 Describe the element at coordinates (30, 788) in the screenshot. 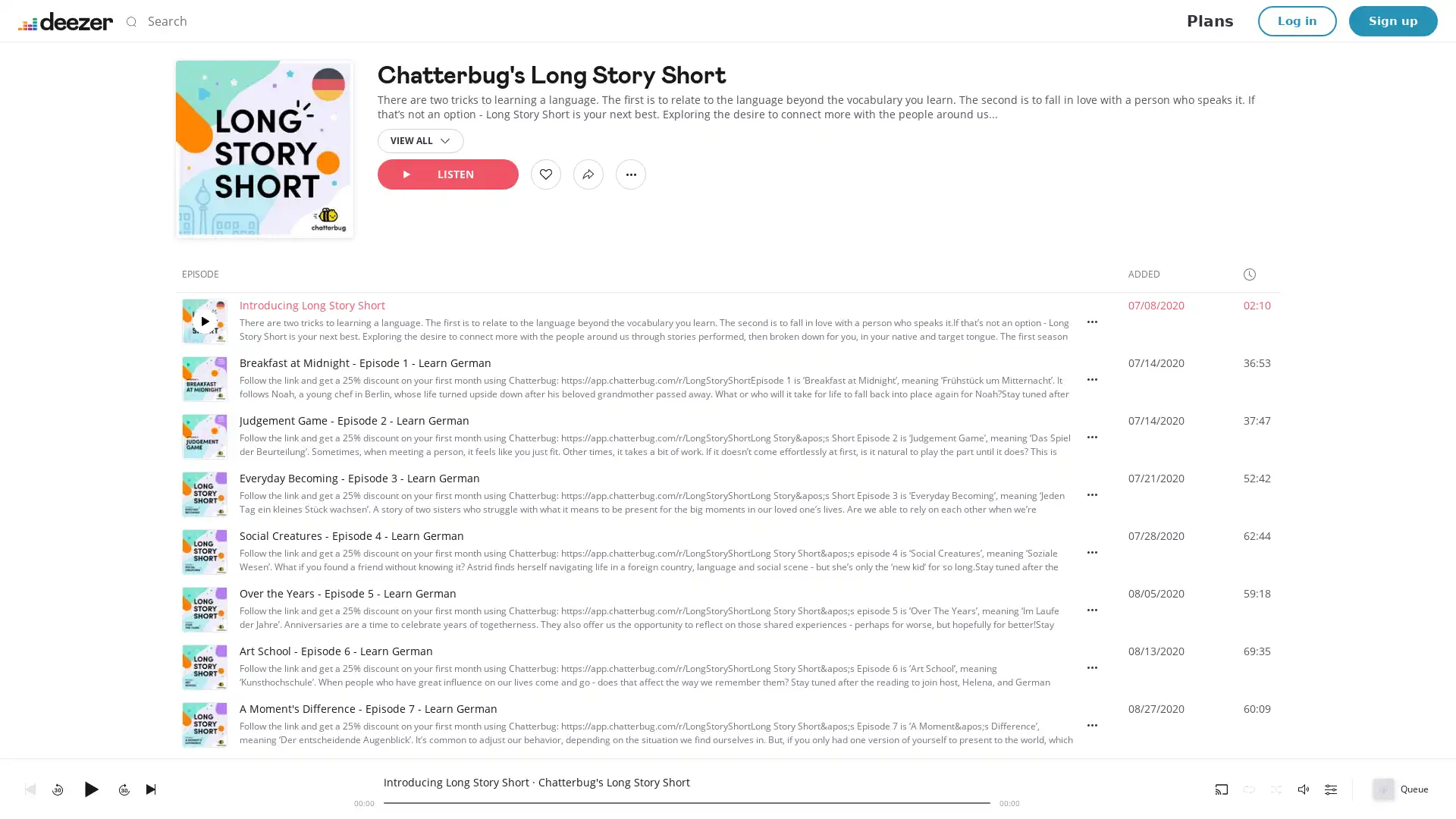

I see `Back` at that location.